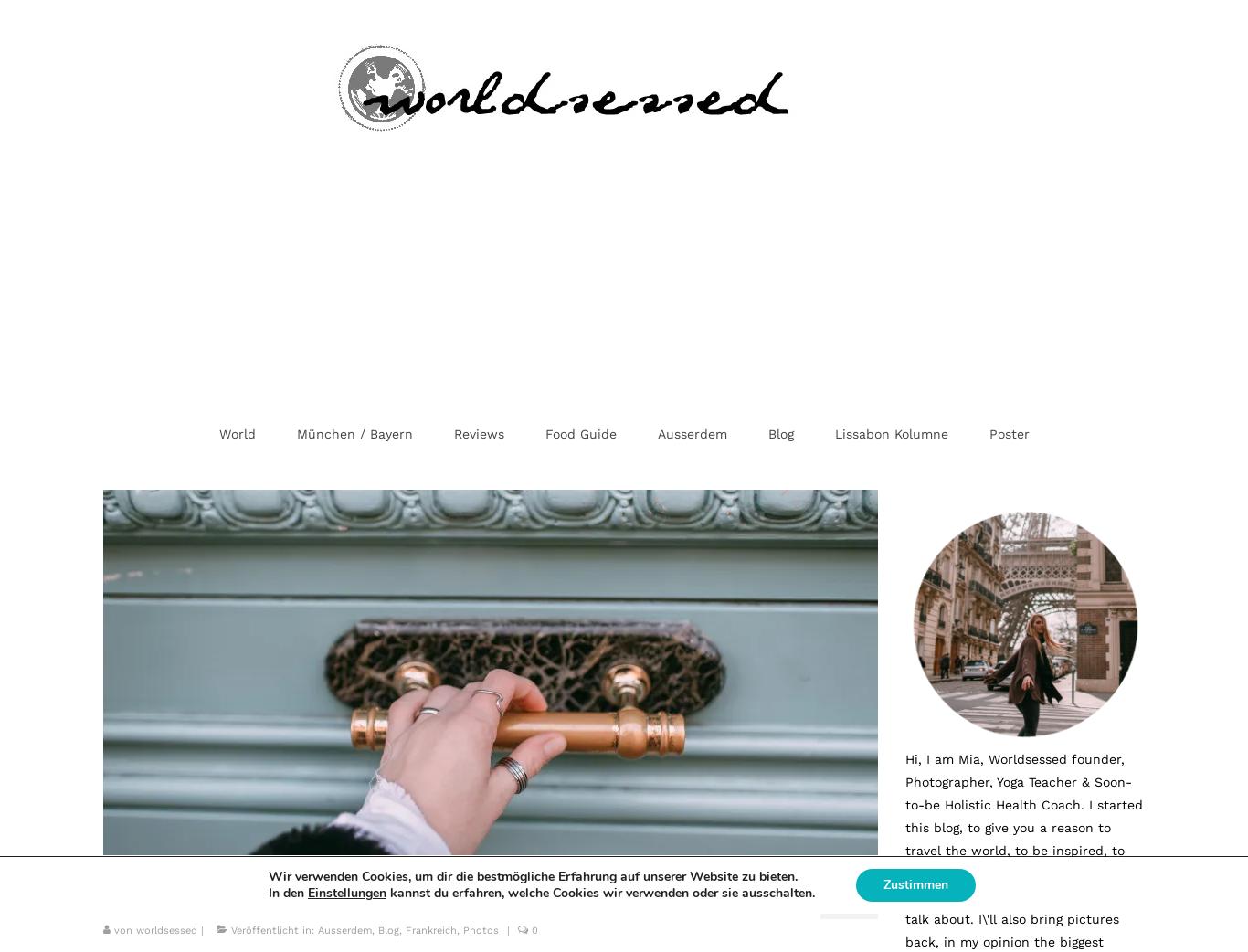  What do you see at coordinates (915, 884) in the screenshot?
I see `'Zustimmen'` at bounding box center [915, 884].